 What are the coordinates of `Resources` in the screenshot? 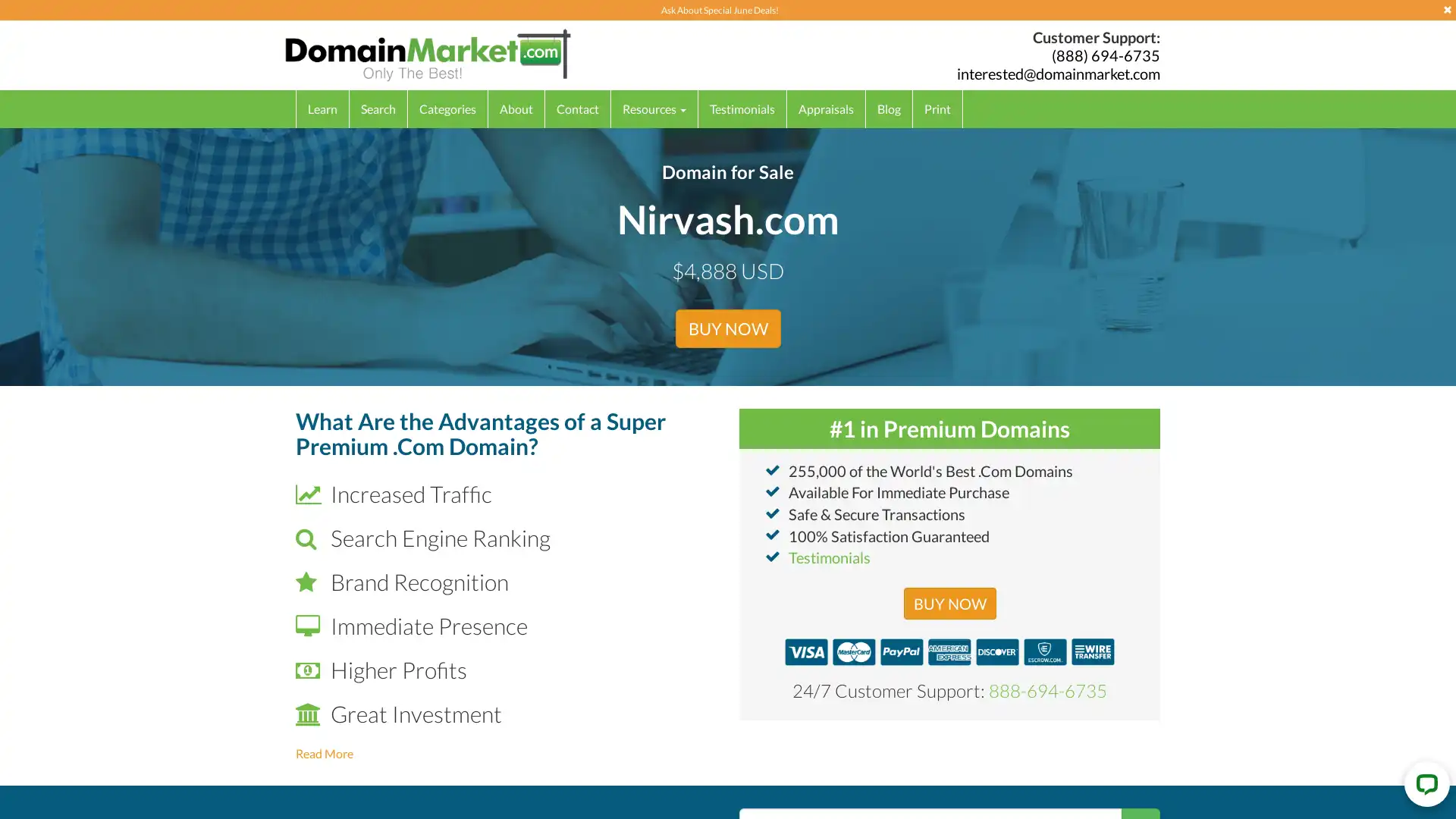 It's located at (654, 108).